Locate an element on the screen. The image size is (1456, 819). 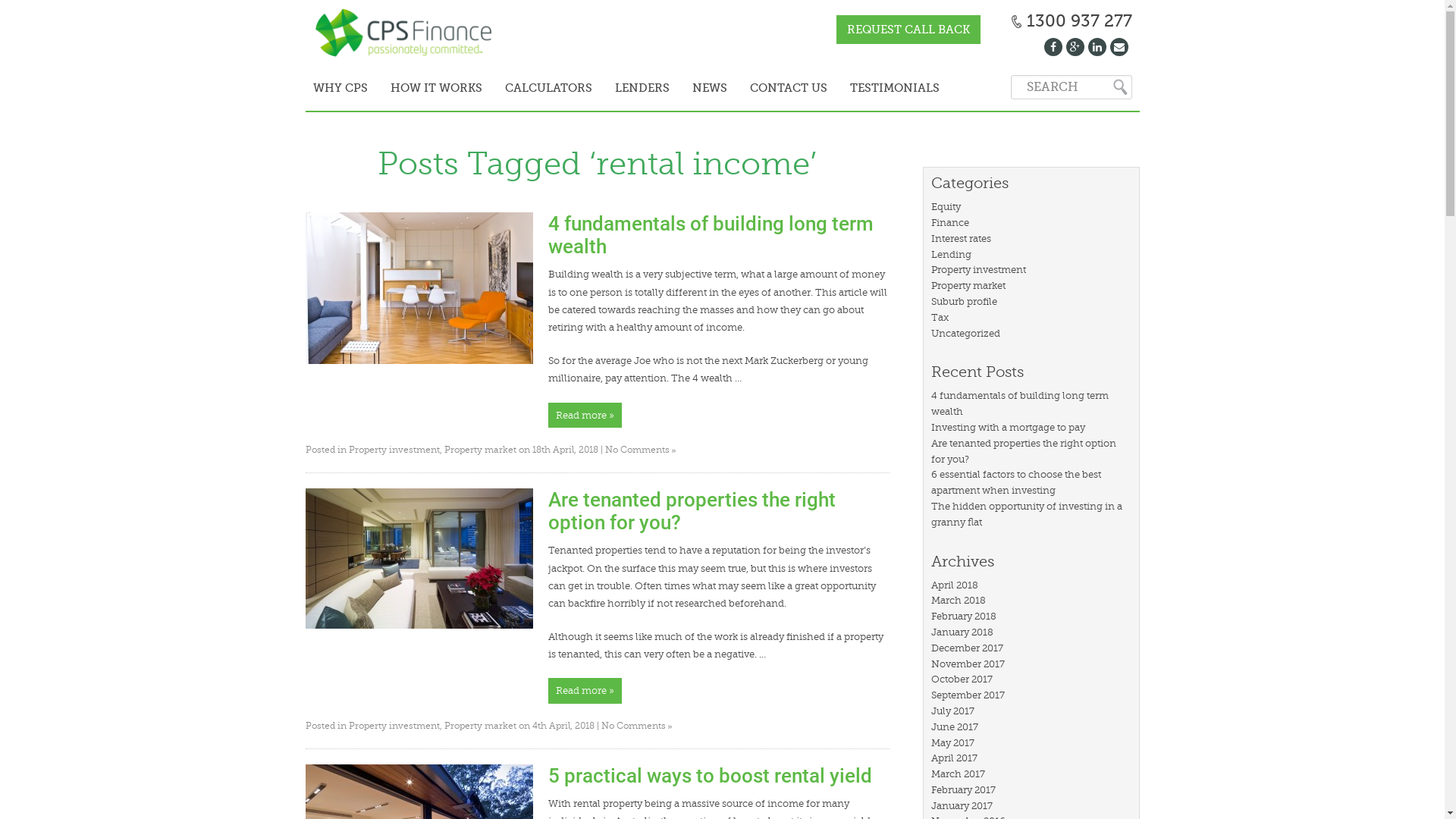
'February 2017' is located at coordinates (962, 789).